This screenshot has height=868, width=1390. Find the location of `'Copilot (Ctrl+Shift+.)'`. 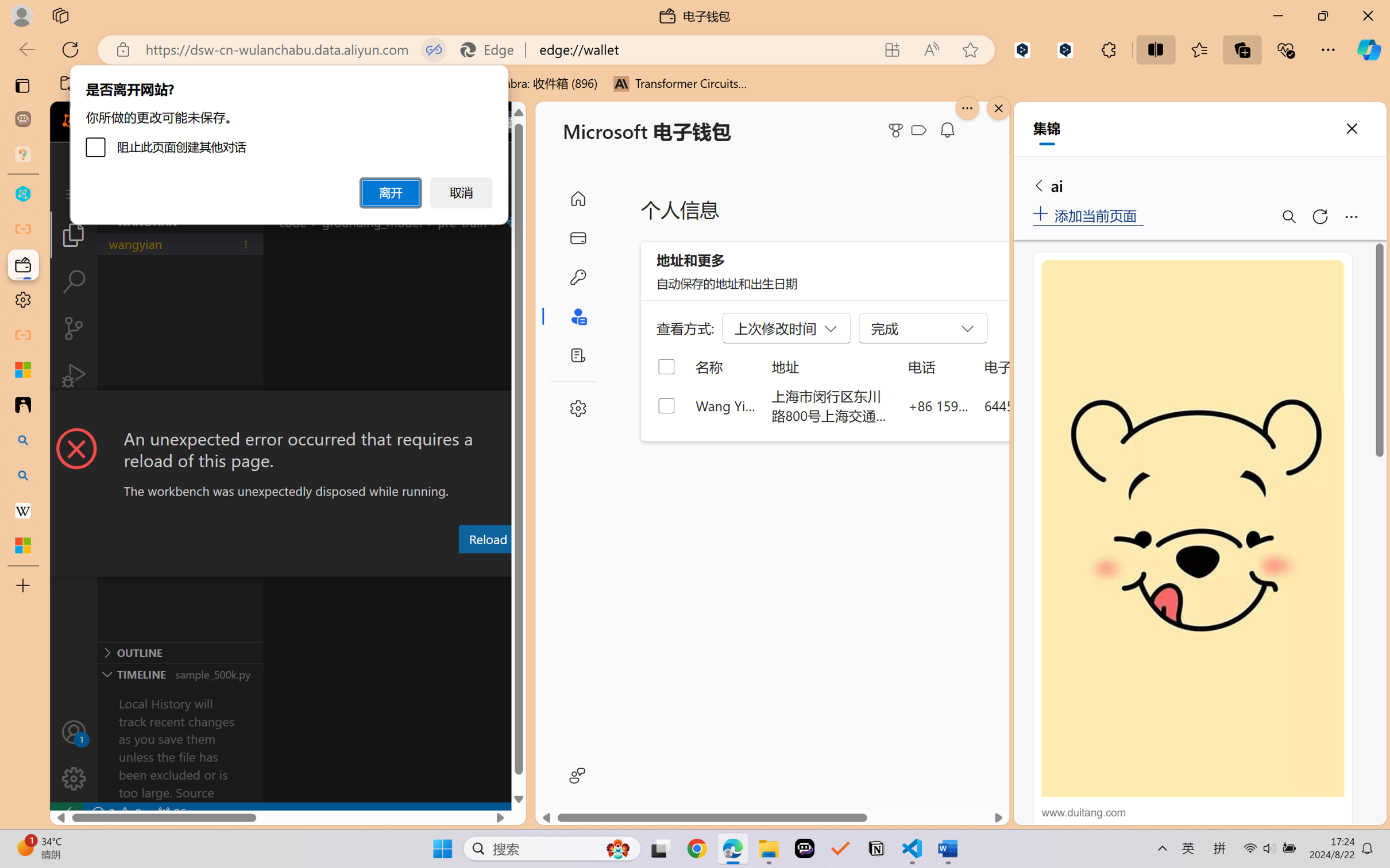

'Copilot (Ctrl+Shift+.)' is located at coordinates (1369, 49).